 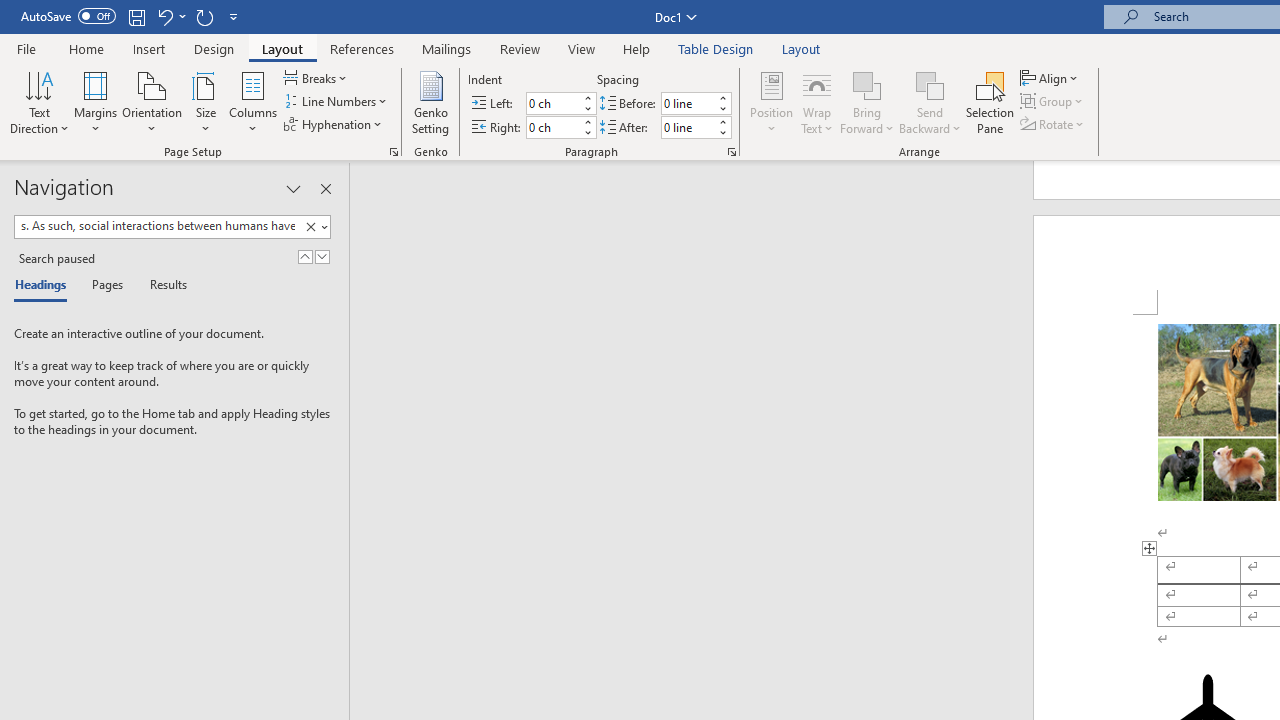 I want to click on 'Text Direction', so click(x=39, y=103).